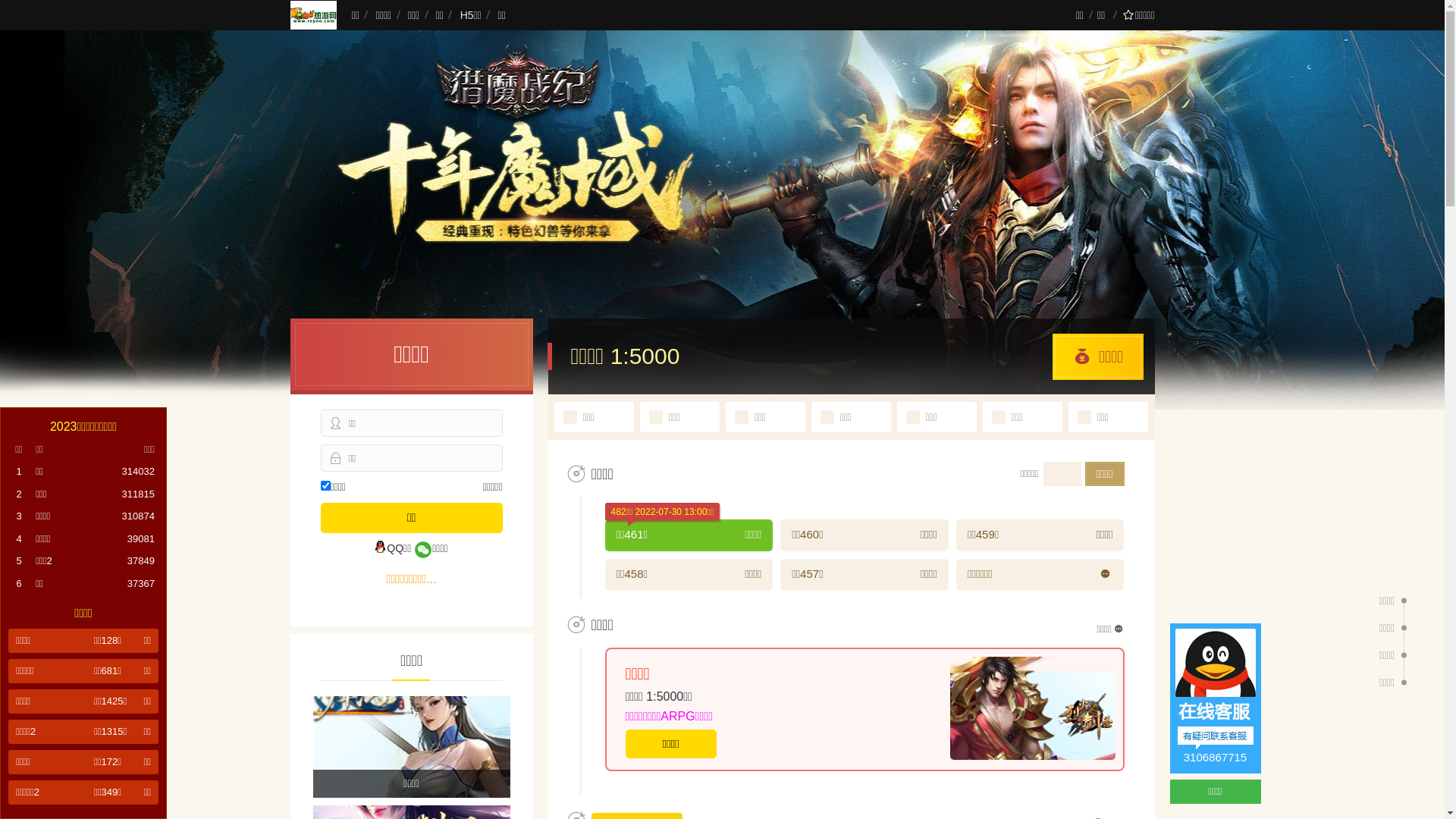  I want to click on '3106867715', so click(1215, 698).